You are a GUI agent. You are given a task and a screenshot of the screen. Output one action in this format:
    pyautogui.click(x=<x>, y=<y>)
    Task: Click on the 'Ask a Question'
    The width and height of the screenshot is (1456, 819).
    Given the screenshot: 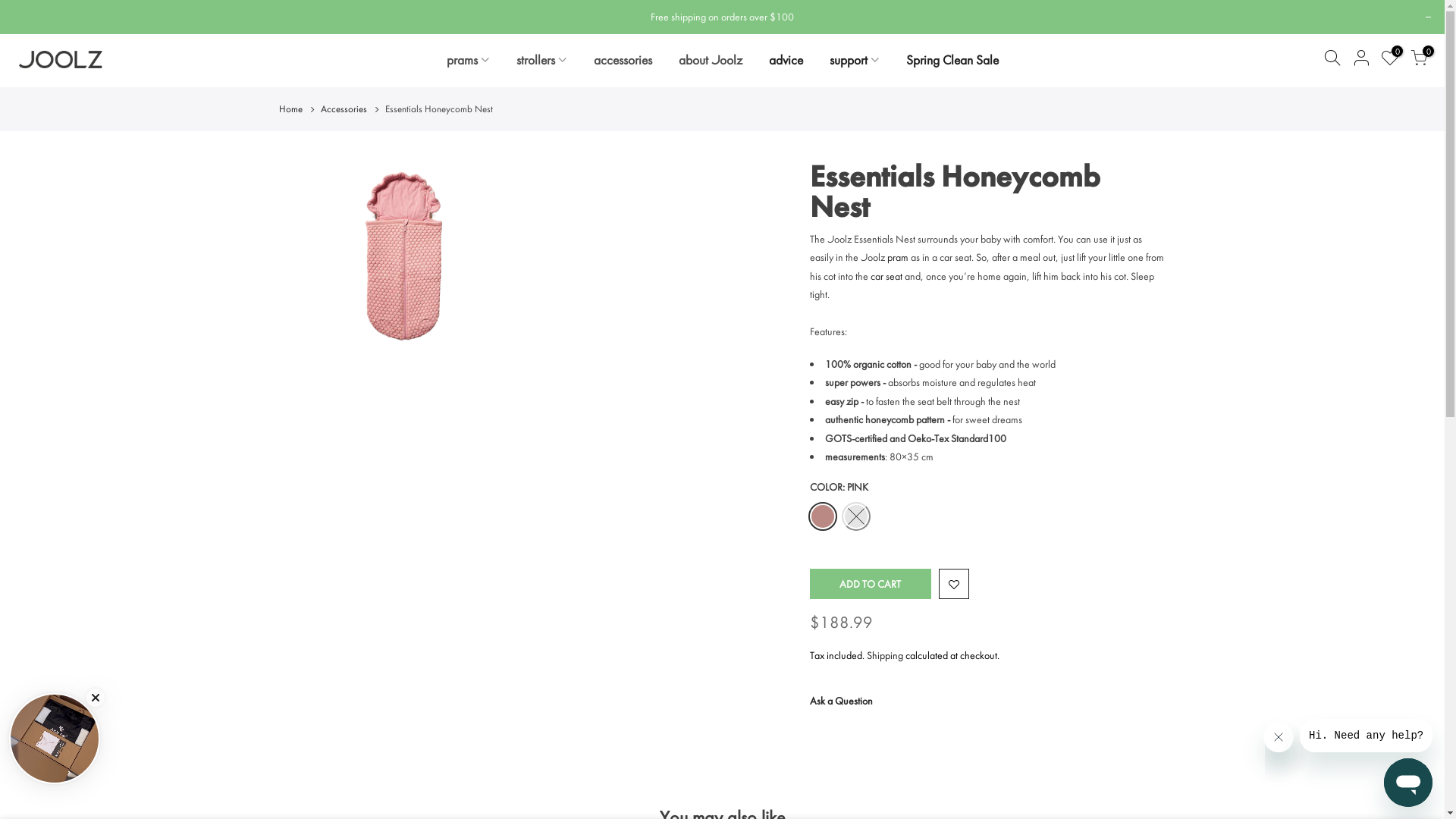 What is the action you would take?
    pyautogui.click(x=840, y=701)
    